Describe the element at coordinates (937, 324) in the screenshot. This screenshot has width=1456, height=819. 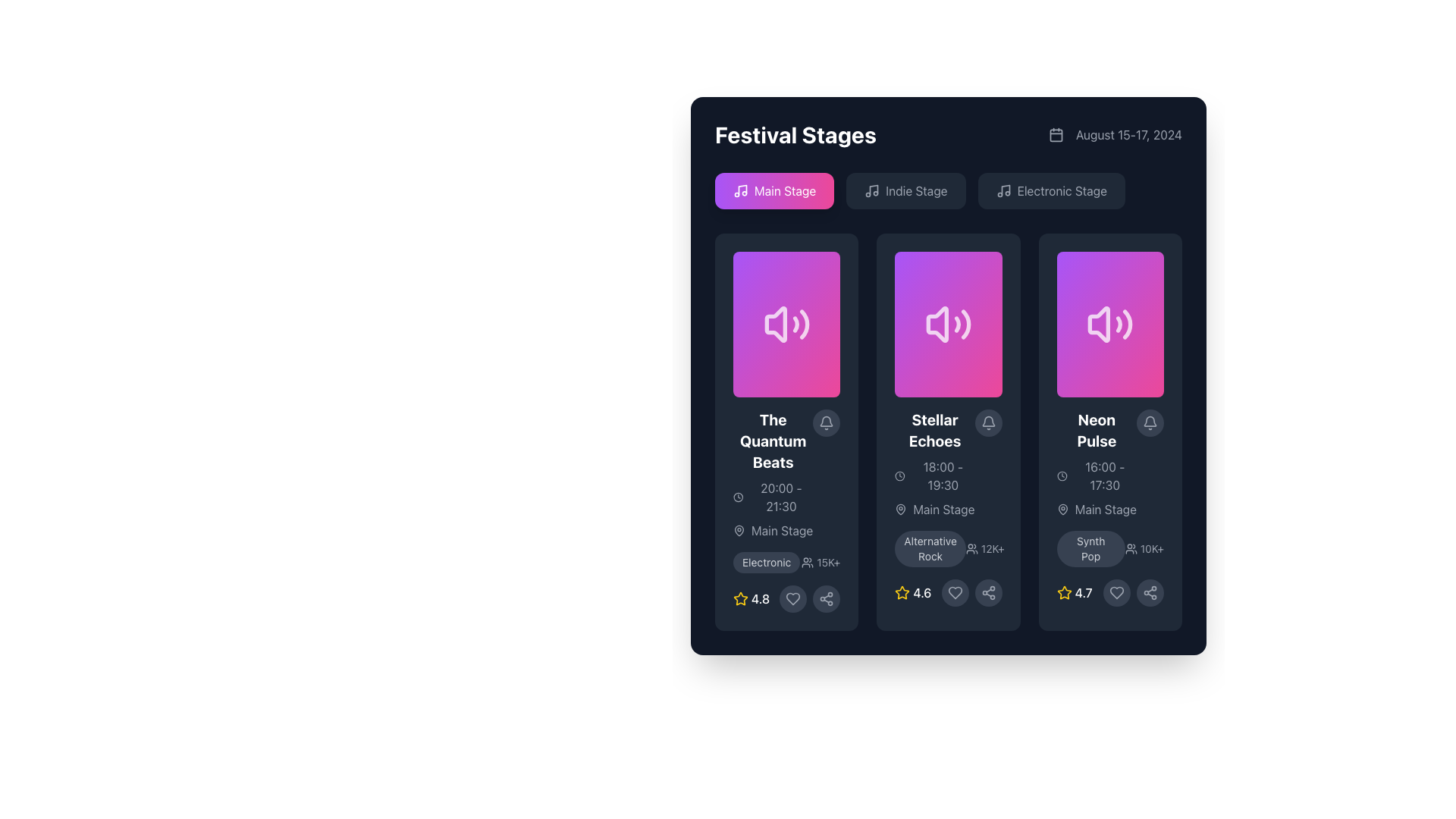
I see `the sound or volume icon located in the upper section of the second card from the left` at that location.